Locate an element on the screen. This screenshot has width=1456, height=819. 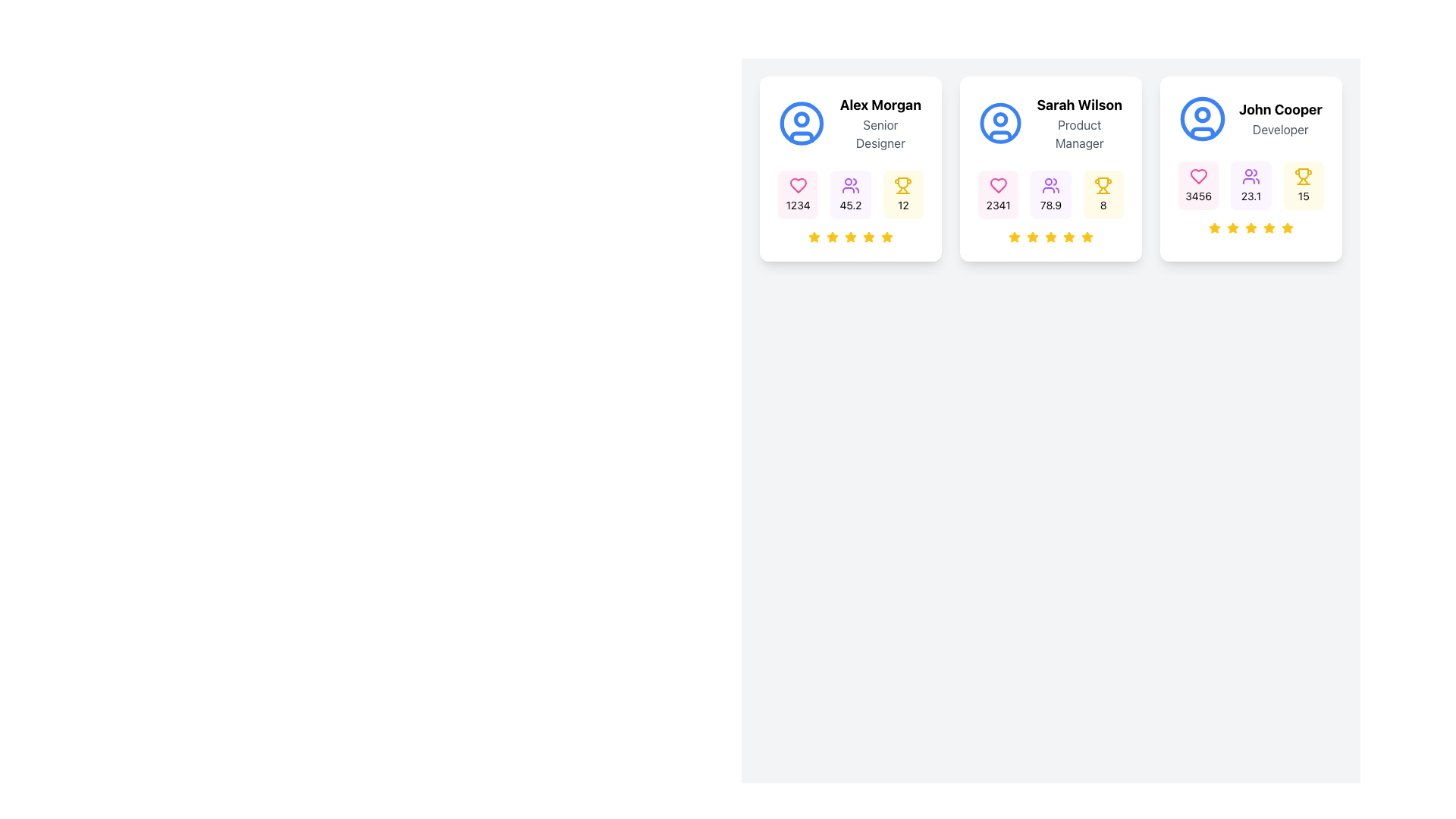
information displayed on the yellow trophy icon with the text '15' located in the lower right segment of the card labeled 'John Cooper' is located at coordinates (1303, 185).